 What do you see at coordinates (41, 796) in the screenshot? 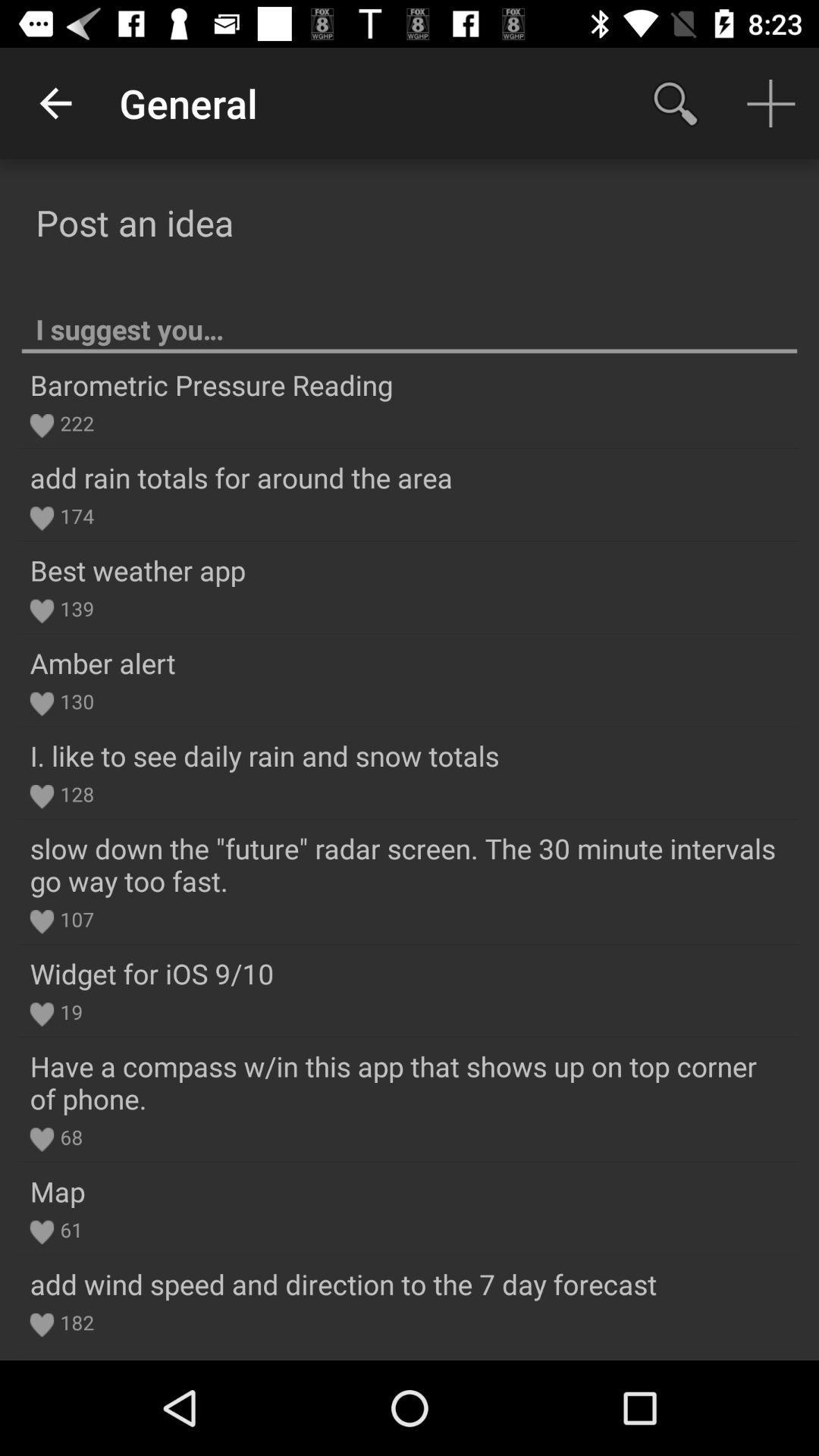
I see `the symbol left to the text 128` at bounding box center [41, 796].